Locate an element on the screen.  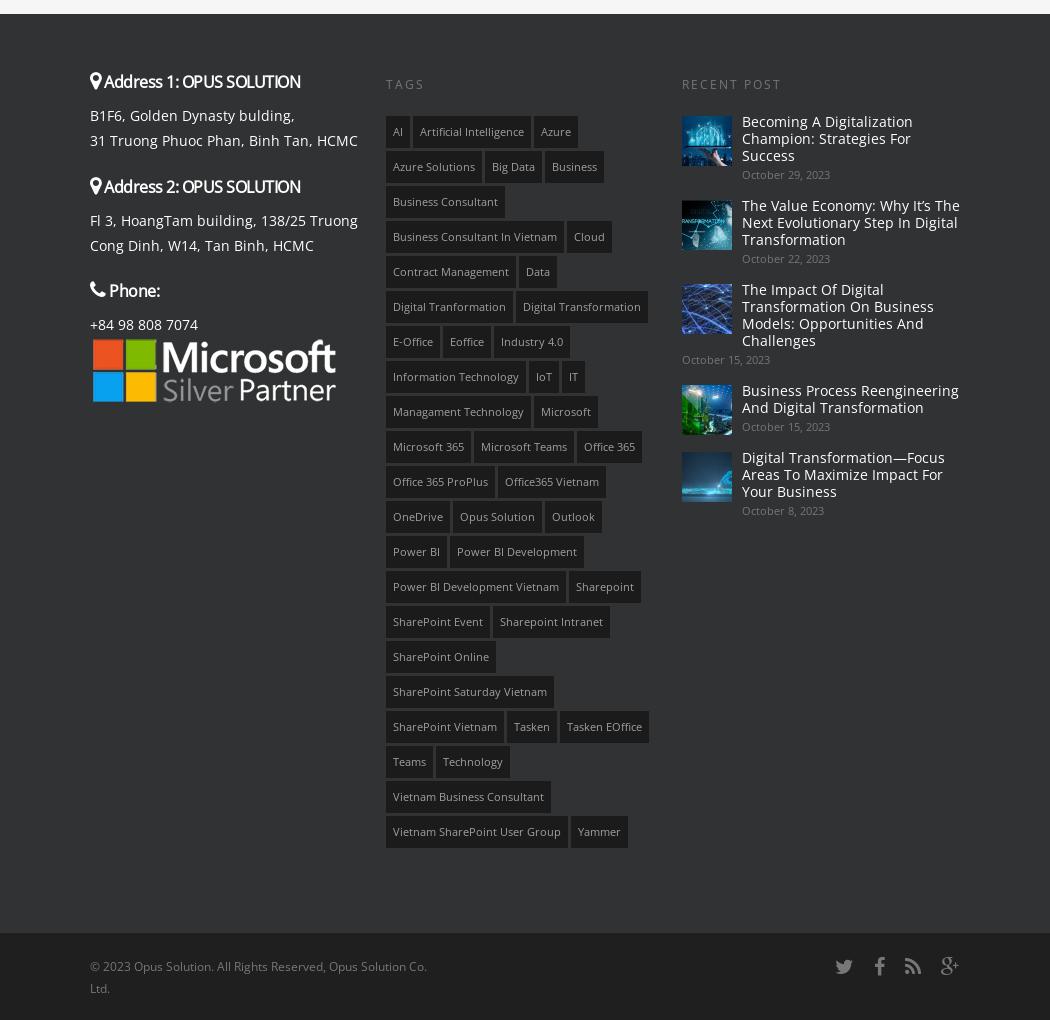
'B1F6, Golden Dynasty bulding,' is located at coordinates (191, 114).